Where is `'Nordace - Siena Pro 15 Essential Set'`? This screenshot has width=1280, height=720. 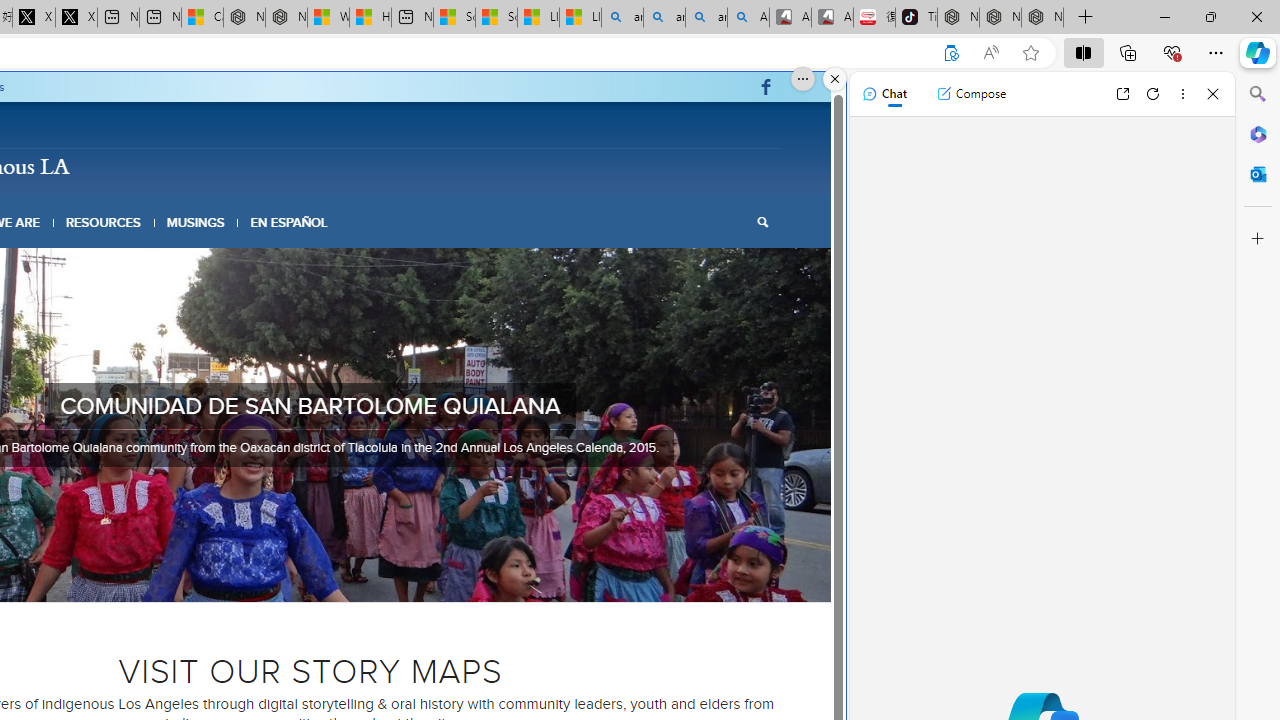 'Nordace - Siena Pro 15 Essential Set' is located at coordinates (1041, 17).